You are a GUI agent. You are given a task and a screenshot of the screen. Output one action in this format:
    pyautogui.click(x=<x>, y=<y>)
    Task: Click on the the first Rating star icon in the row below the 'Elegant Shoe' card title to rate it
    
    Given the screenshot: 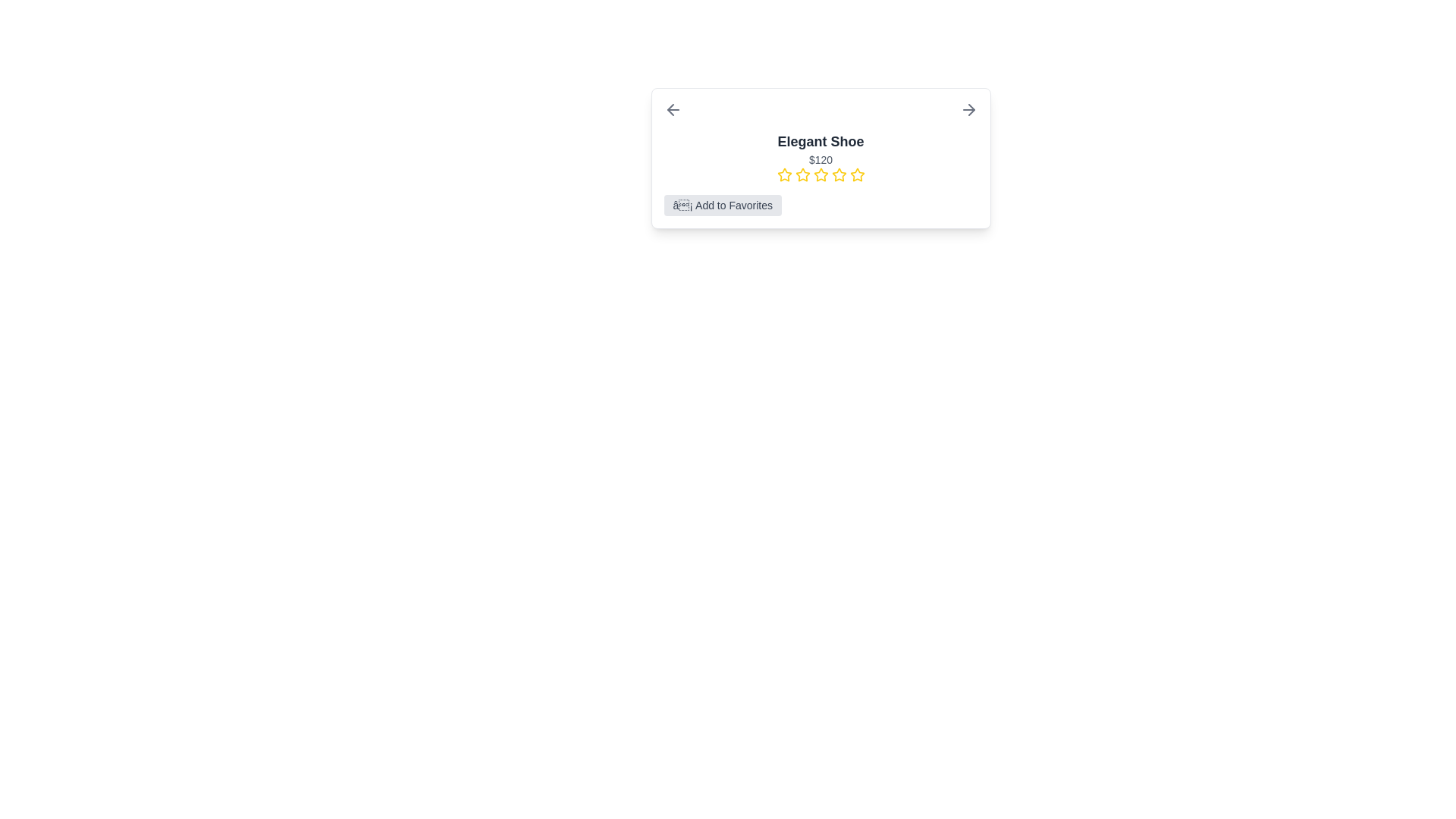 What is the action you would take?
    pyautogui.click(x=784, y=174)
    